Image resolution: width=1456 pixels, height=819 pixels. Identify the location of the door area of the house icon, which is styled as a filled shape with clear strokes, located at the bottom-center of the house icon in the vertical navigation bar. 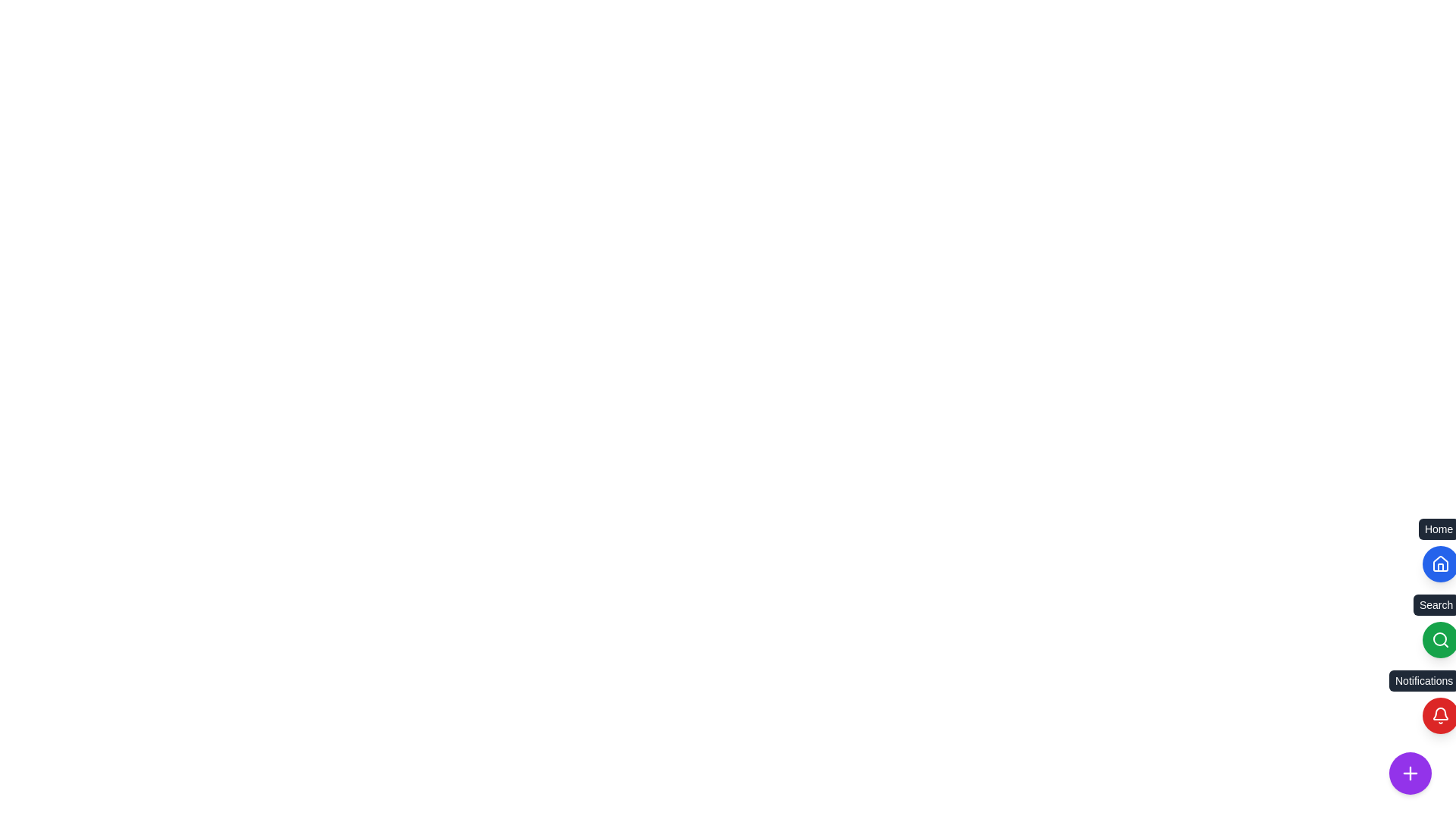
(1440, 567).